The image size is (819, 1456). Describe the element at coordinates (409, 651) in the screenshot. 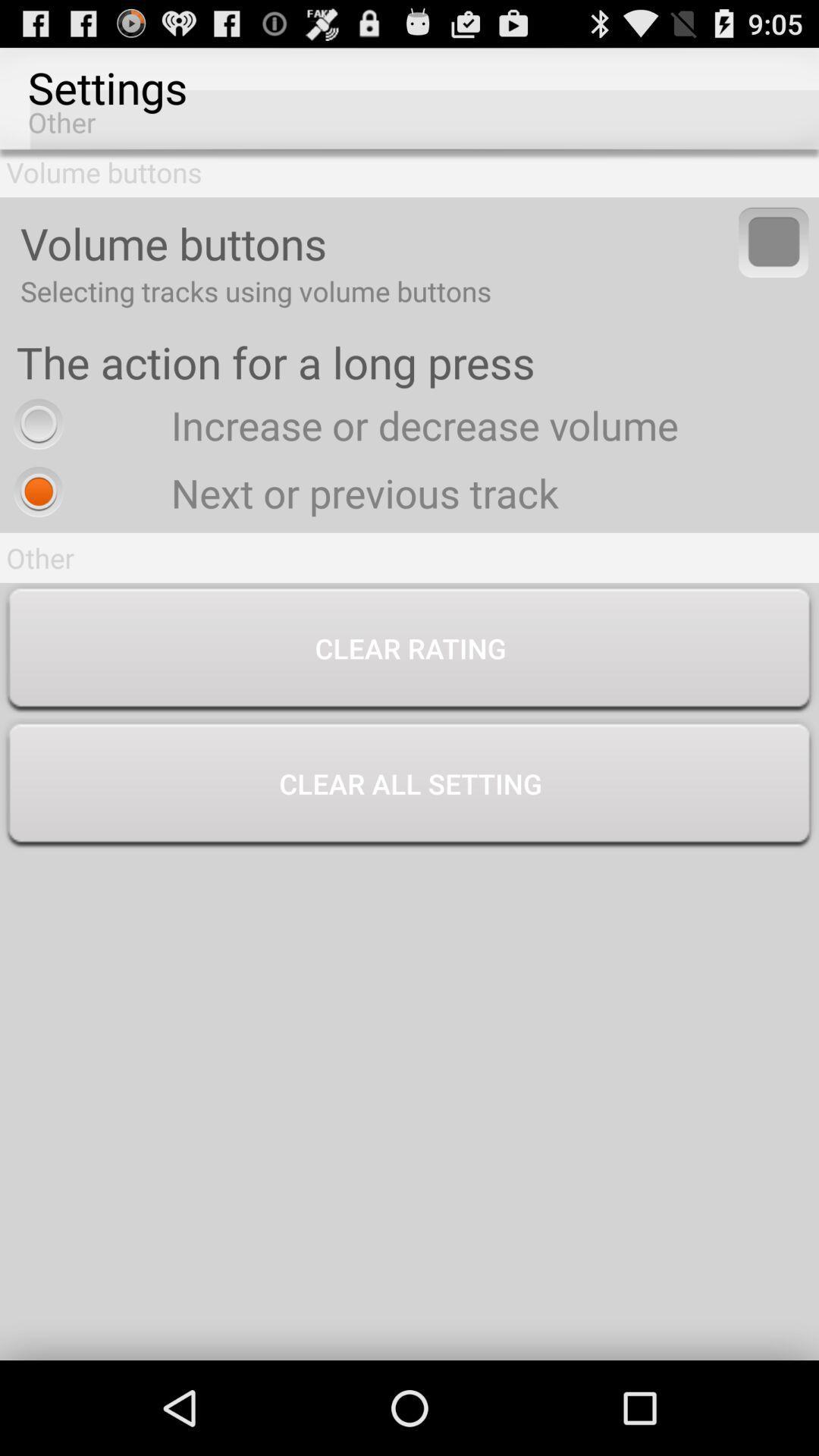

I see `button above the clear all setting icon` at that location.